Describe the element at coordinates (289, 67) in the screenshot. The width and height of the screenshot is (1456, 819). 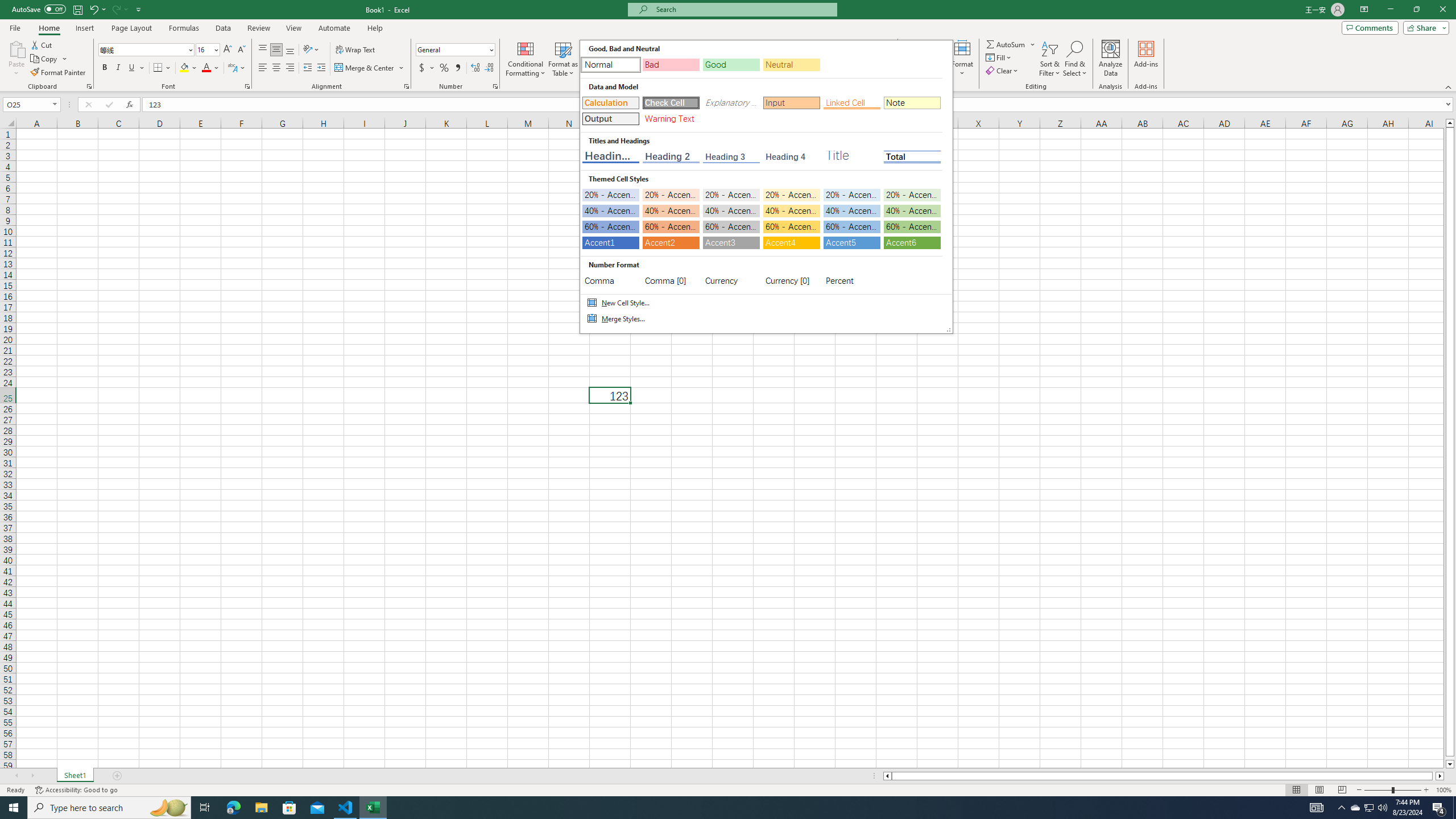
I see `'Align Right'` at that location.